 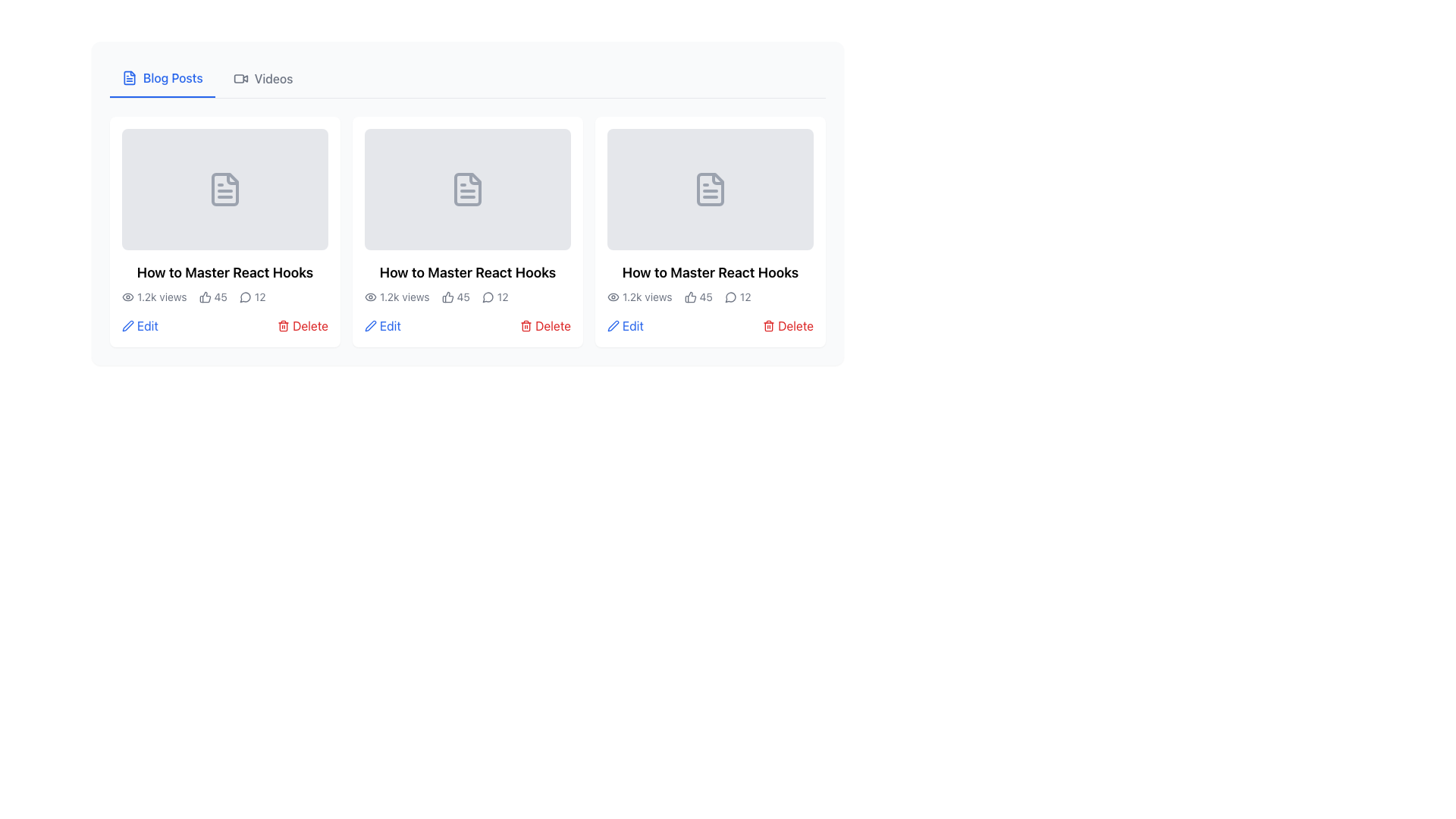 What do you see at coordinates (613, 325) in the screenshot?
I see `the 'Edit' icon, resembling a pen or writing utensil, located in the second blog card of the middle column to gather information` at bounding box center [613, 325].